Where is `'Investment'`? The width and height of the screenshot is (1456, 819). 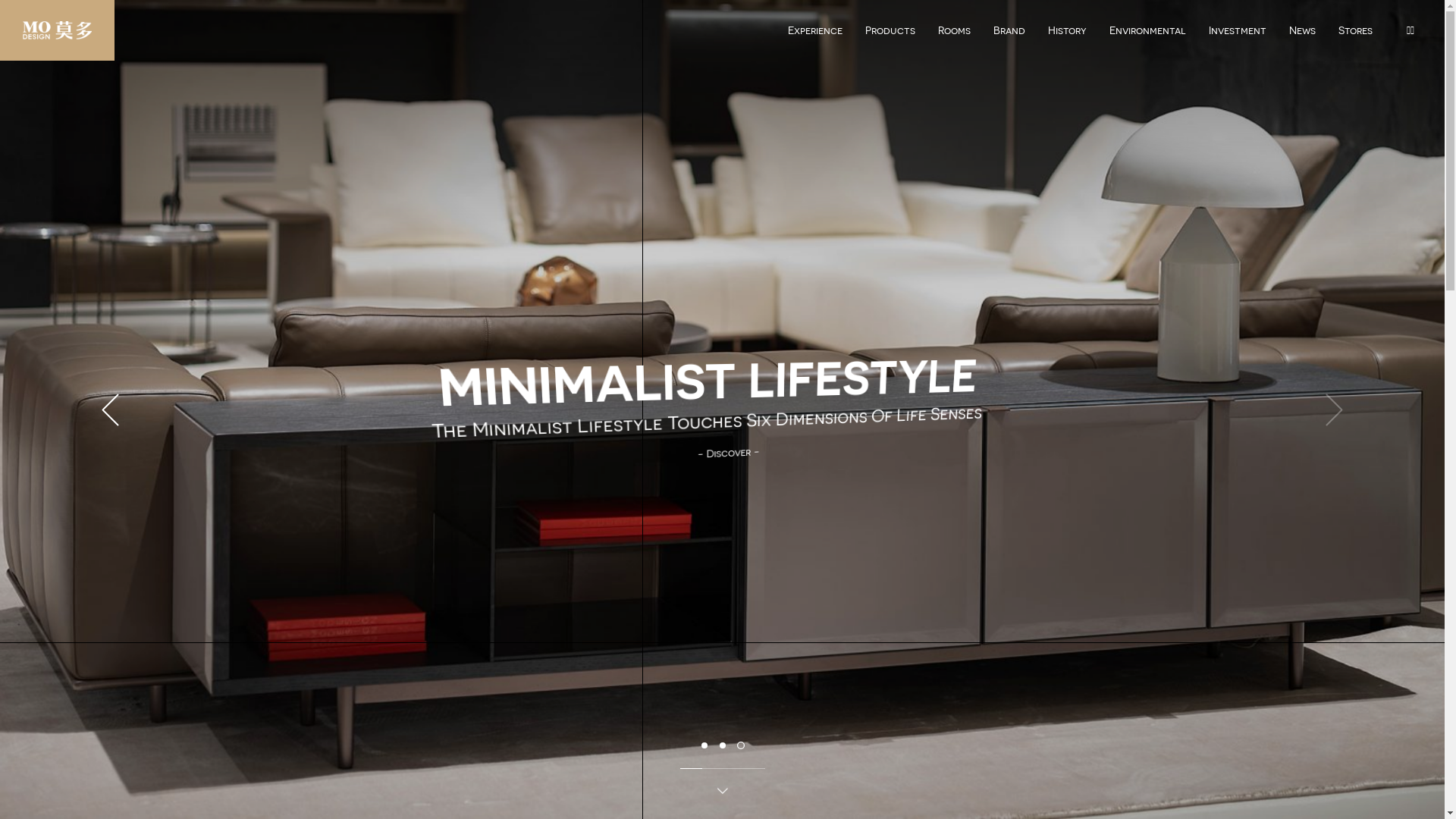 'Investment' is located at coordinates (1238, 25).